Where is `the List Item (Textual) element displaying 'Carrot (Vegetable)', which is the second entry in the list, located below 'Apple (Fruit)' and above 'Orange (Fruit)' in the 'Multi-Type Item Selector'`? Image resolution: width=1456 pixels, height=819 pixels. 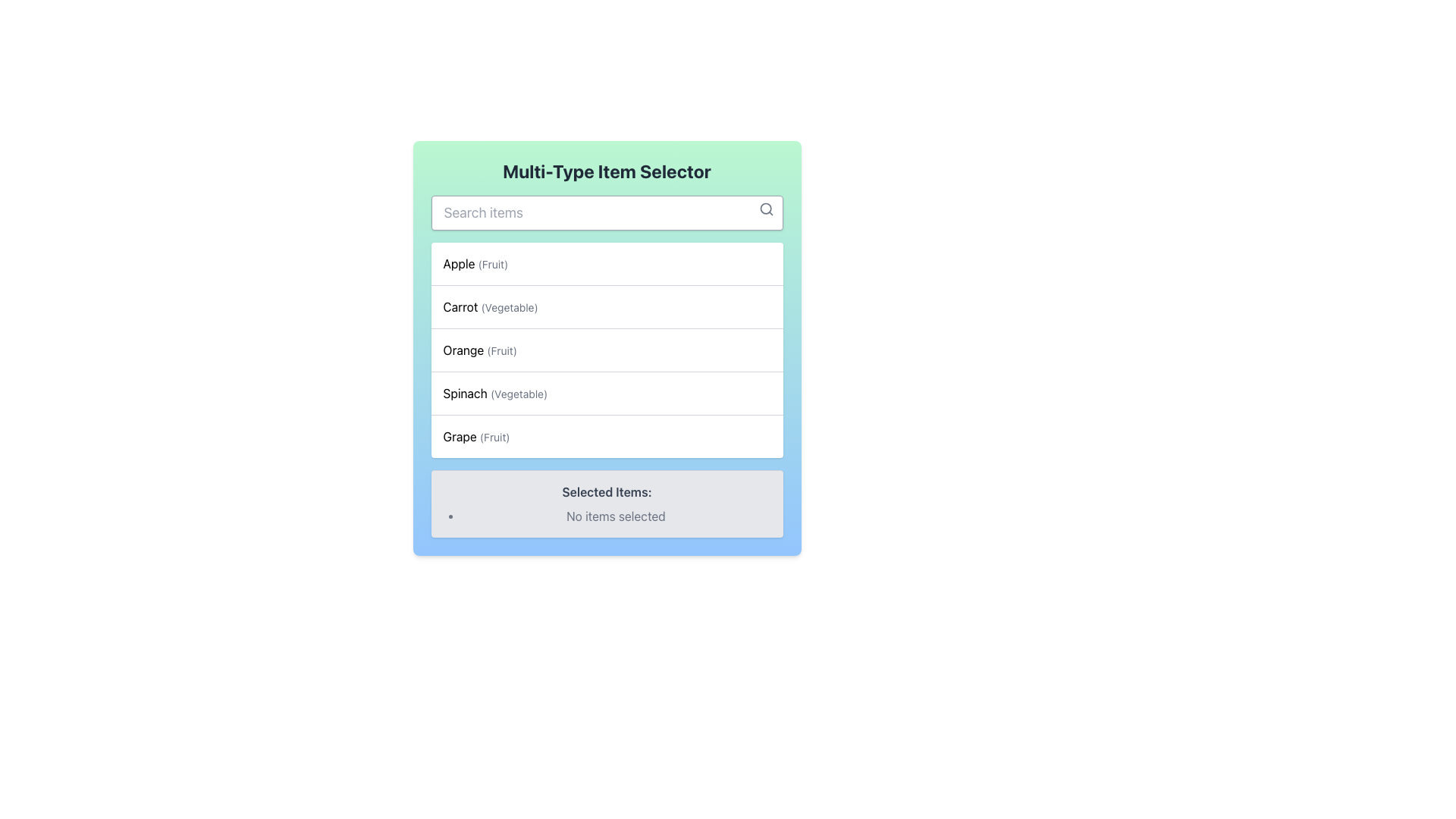 the List Item (Textual) element displaying 'Carrot (Vegetable)', which is the second entry in the list, located below 'Apple (Fruit)' and above 'Orange (Fruit)' in the 'Multi-Type Item Selector' is located at coordinates (491, 307).